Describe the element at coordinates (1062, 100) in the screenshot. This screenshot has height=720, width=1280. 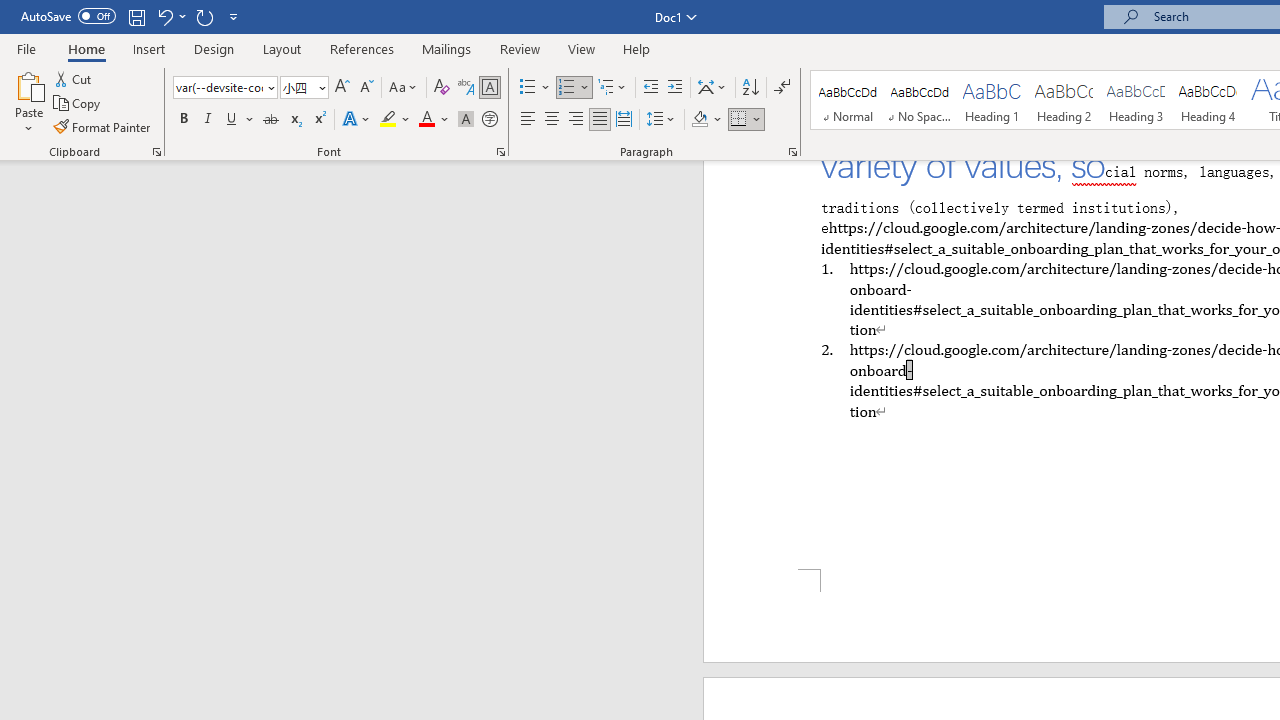
I see `'Heading 2'` at that location.